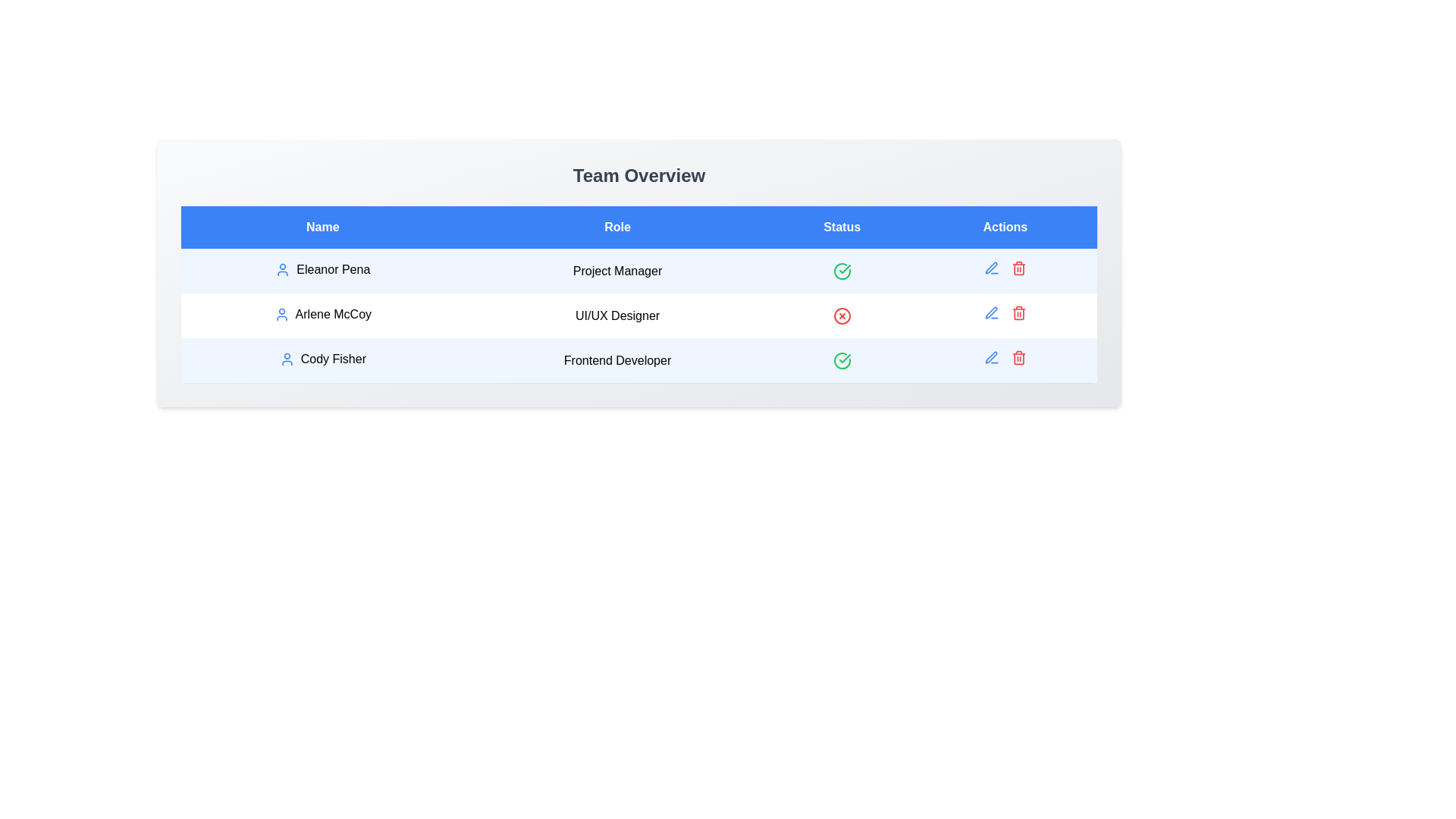  Describe the element at coordinates (841, 227) in the screenshot. I see `the 'Status' header label in the data table, which is the third item in the horizontal list of header cells` at that location.